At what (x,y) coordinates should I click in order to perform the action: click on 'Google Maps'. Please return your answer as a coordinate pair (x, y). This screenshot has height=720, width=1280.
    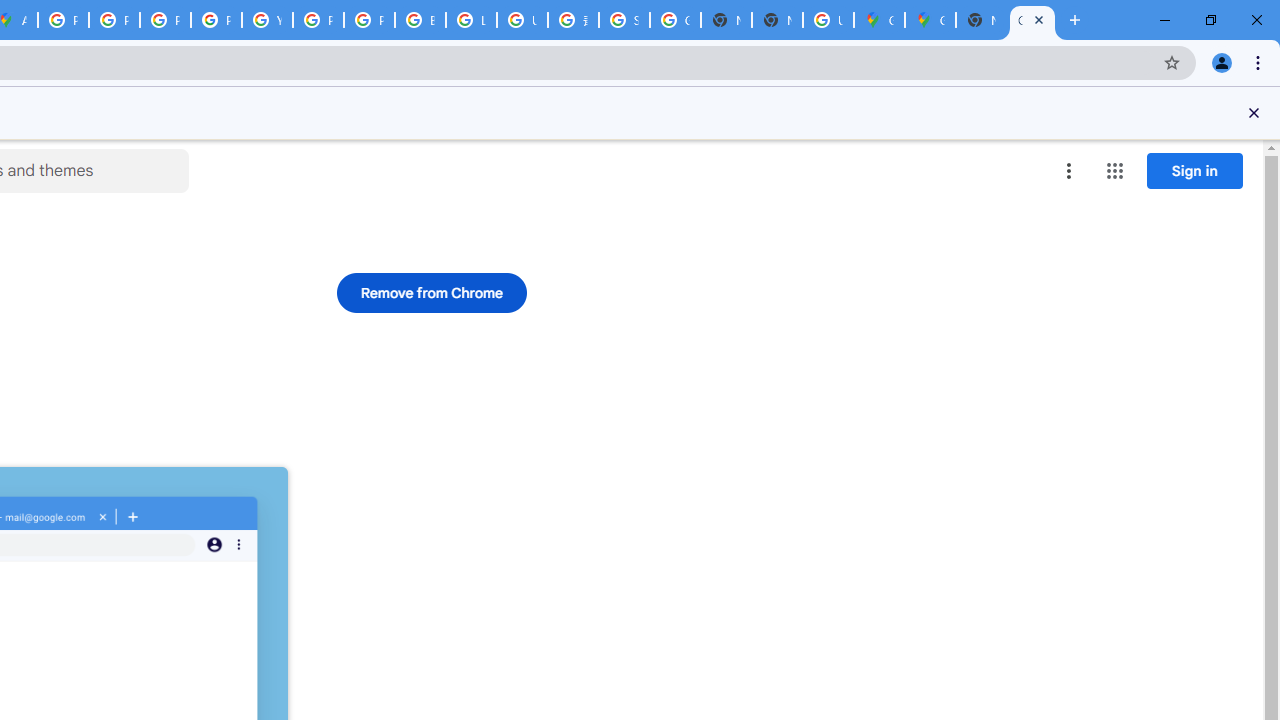
    Looking at the image, I should click on (879, 20).